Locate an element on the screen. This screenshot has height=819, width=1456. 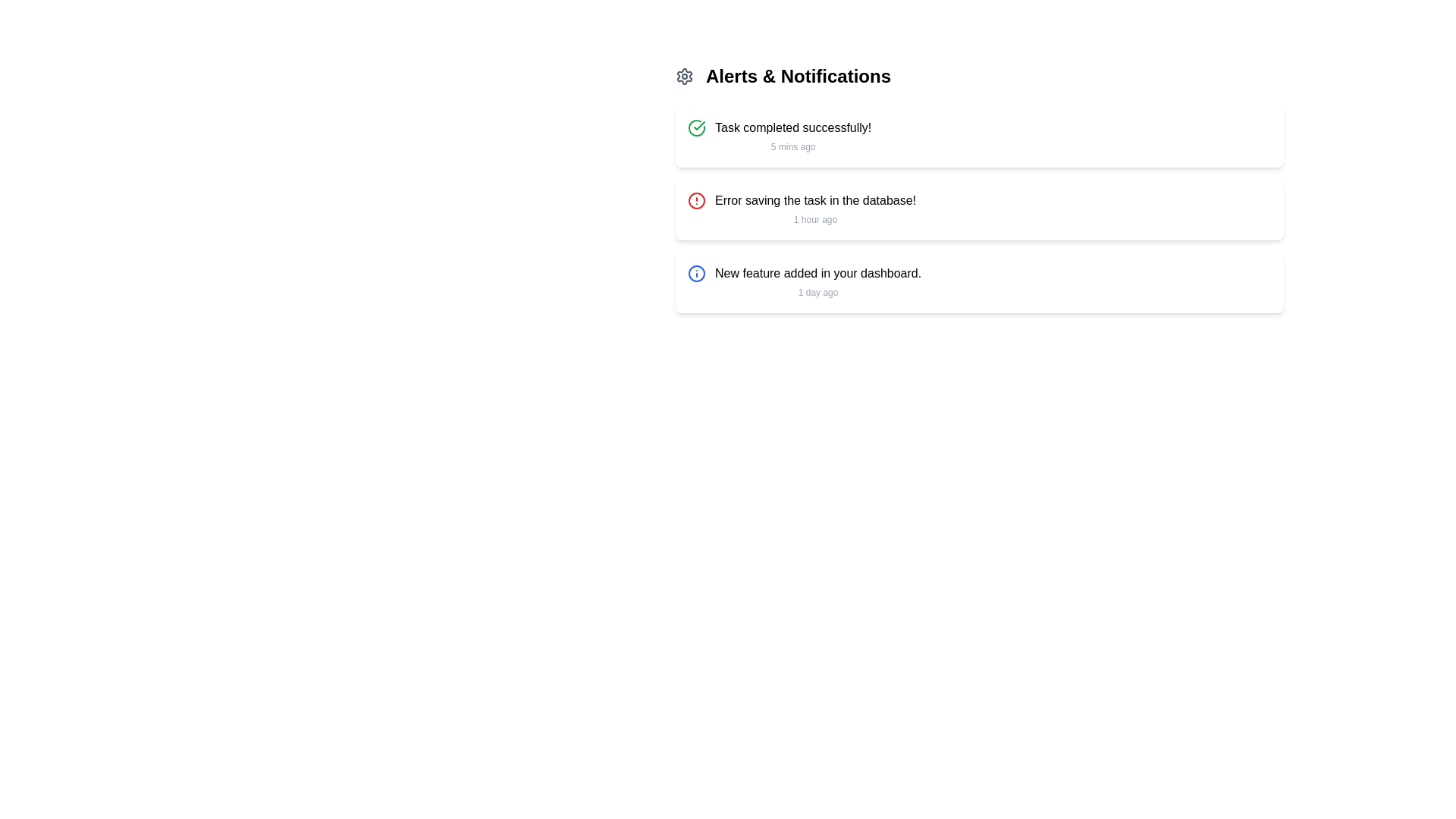
the text display component of the notification that reads 'Task completed successfully!' with a timestamp '5 mins ago', which is styled with a prominent message and a green checkmark icon to the left is located at coordinates (792, 137).